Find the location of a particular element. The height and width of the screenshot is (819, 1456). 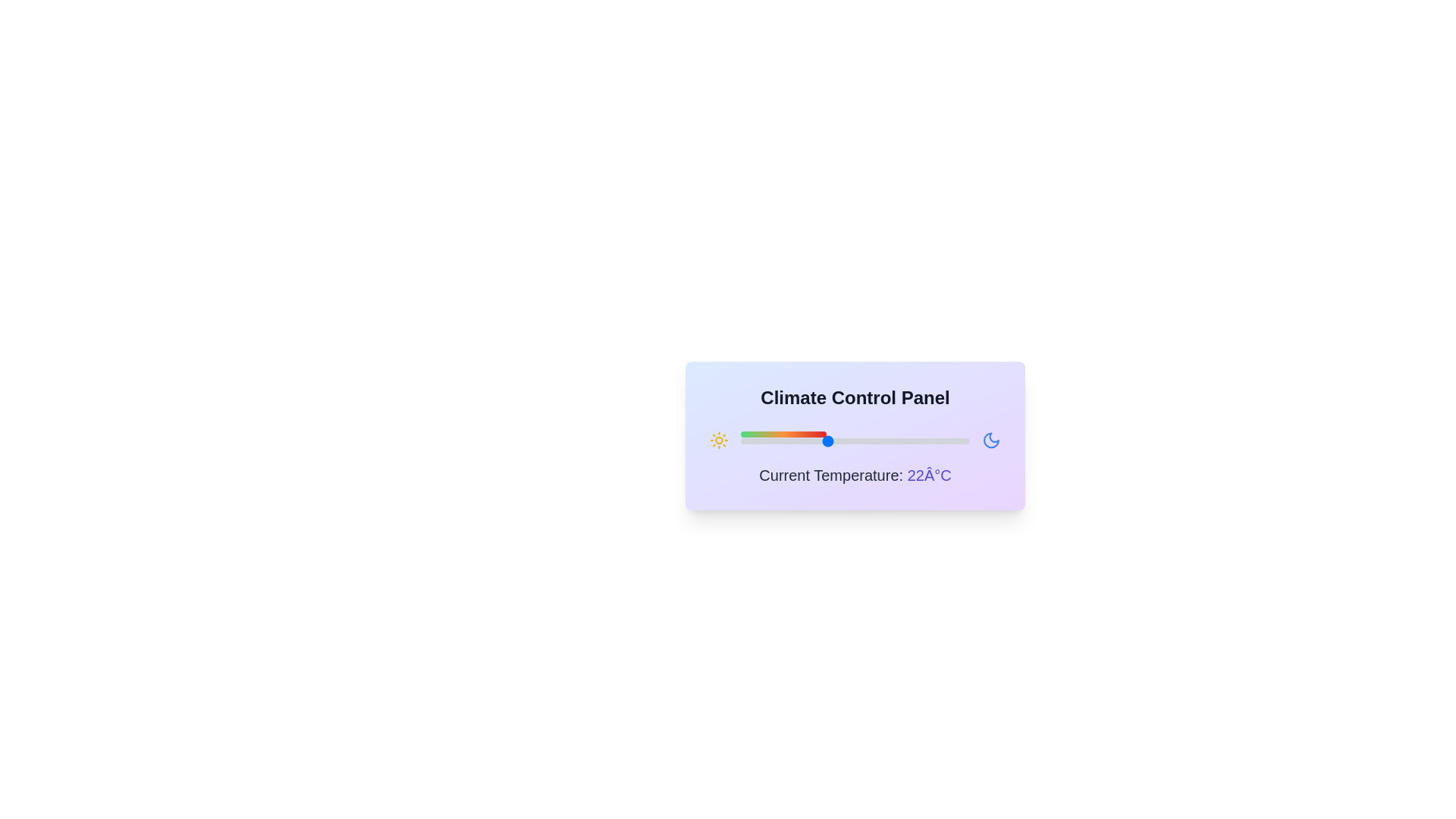

the temperature is located at coordinates (769, 441).